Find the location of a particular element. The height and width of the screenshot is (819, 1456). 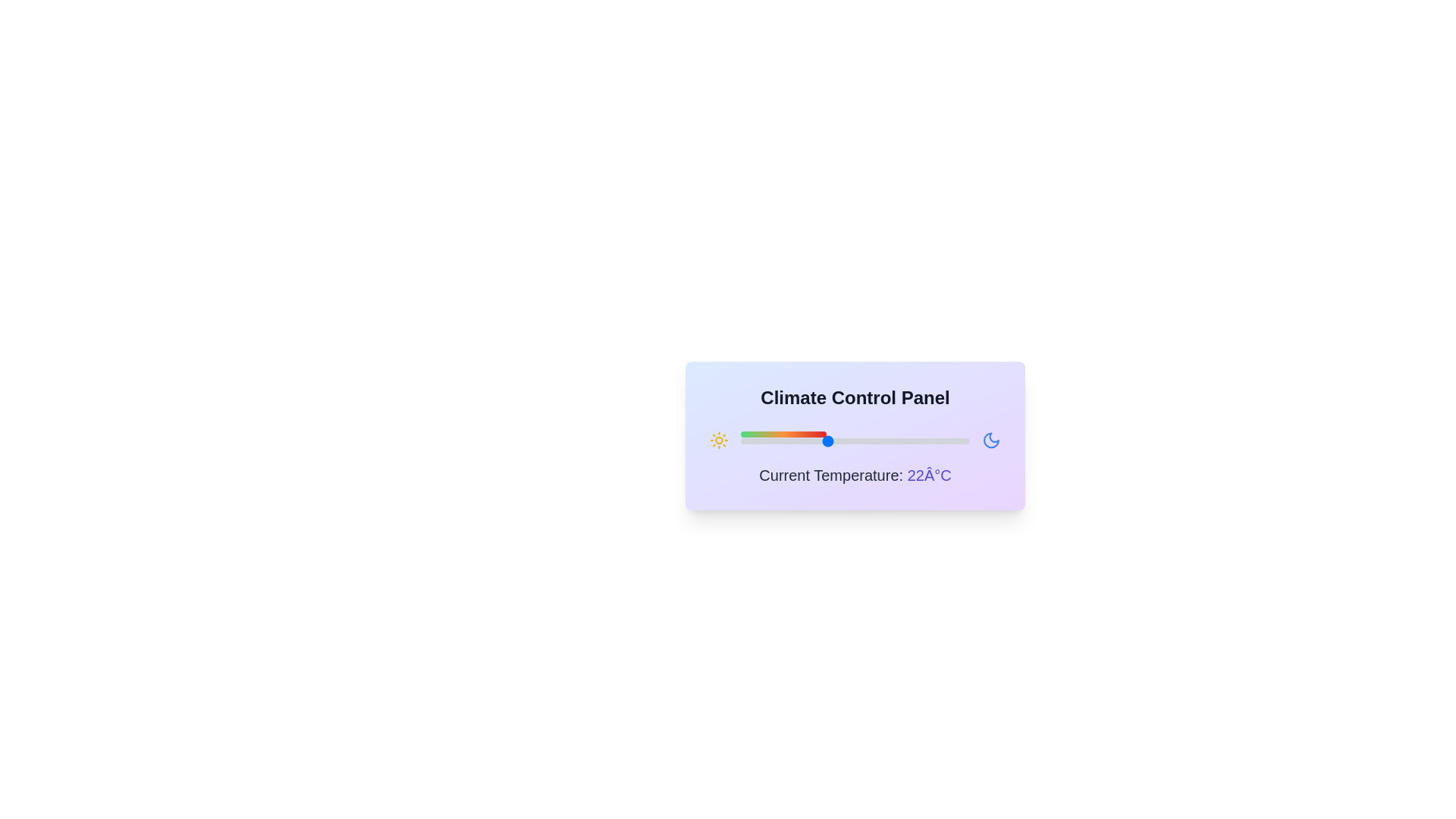

the temperature is located at coordinates (769, 441).